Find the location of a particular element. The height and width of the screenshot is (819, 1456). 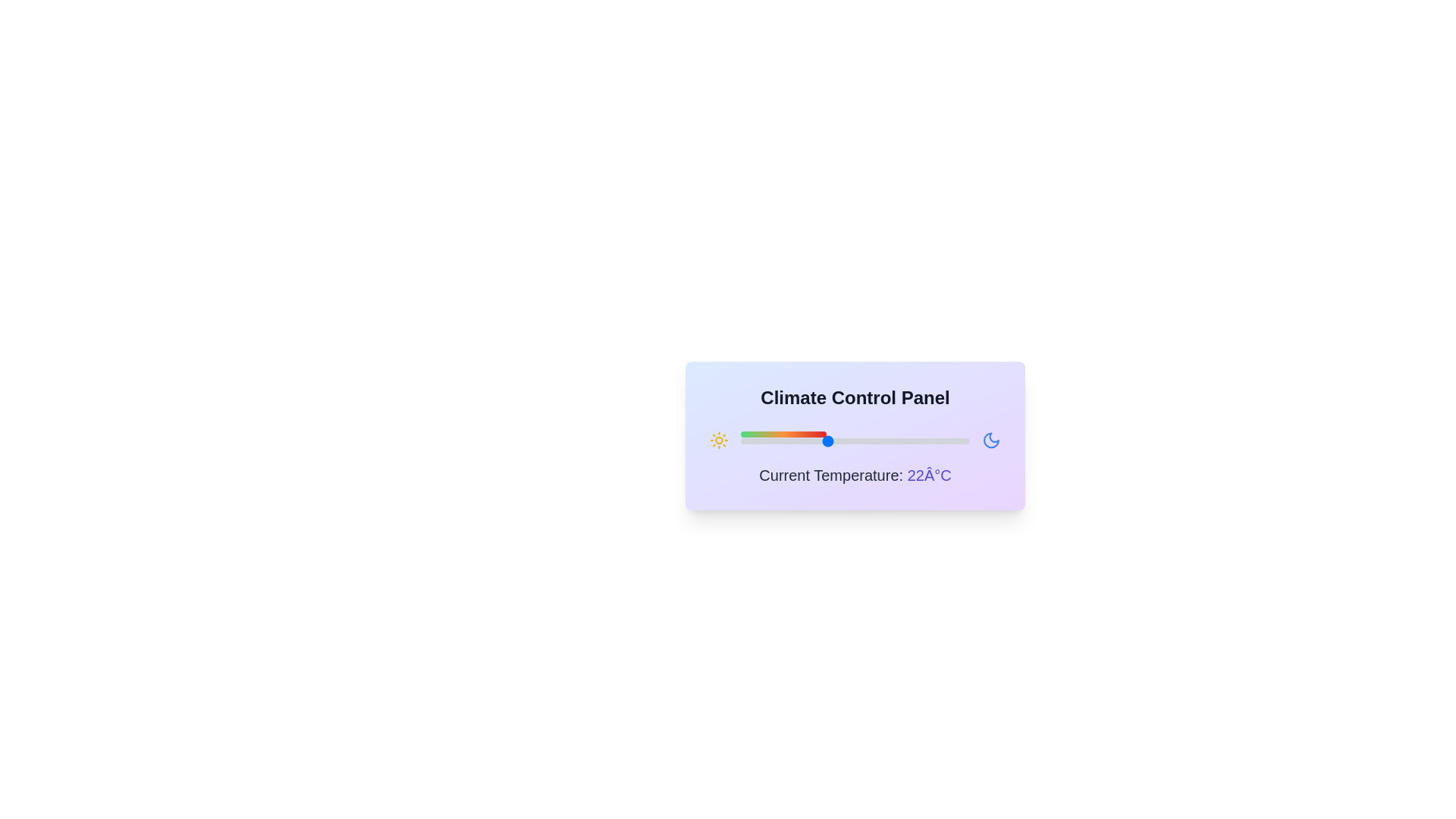

the temperature is located at coordinates (769, 441).